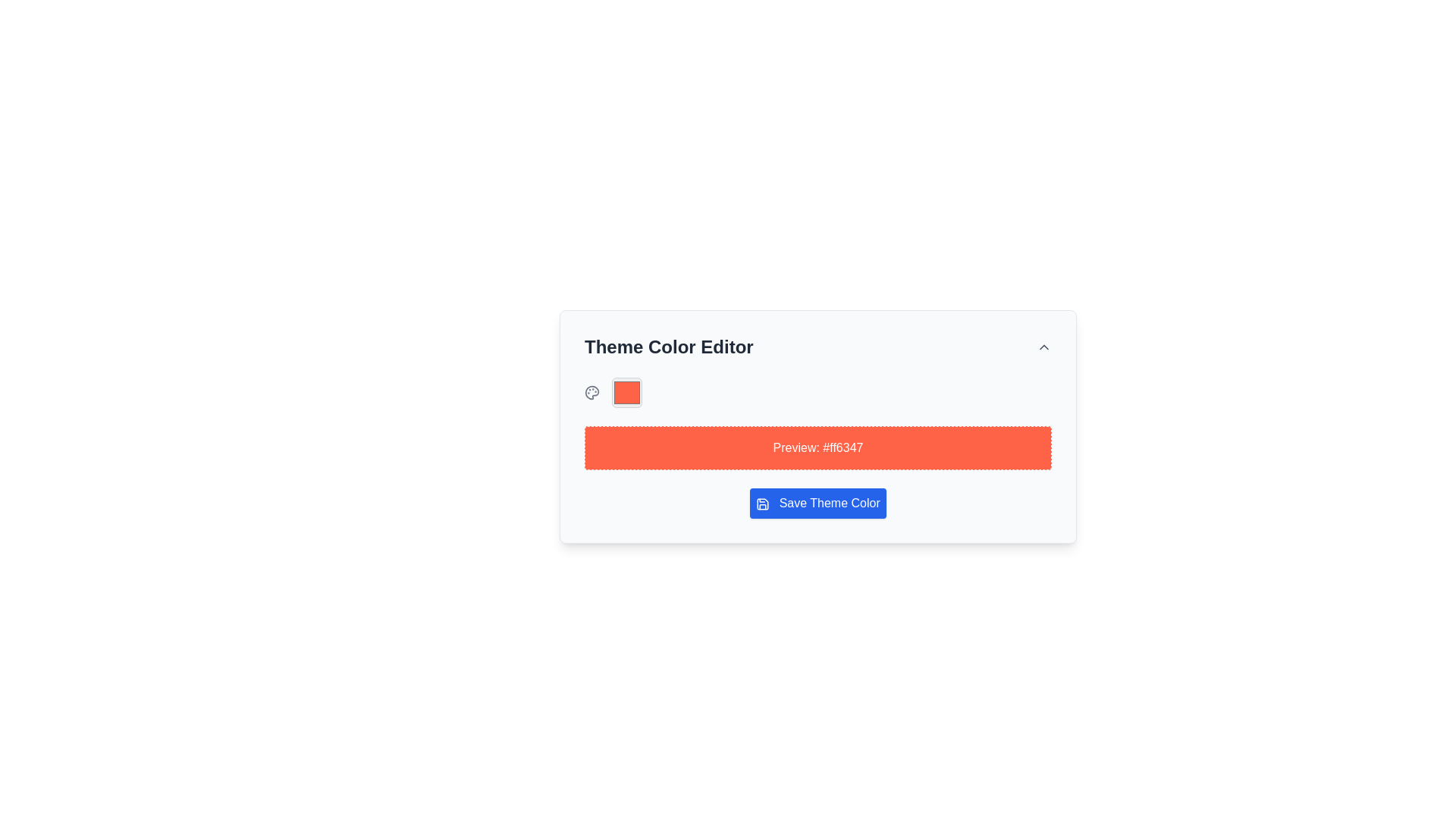 The image size is (1456, 819). Describe the element at coordinates (763, 504) in the screenshot. I see `the decorative icon that symbolizes the saving or storage functionality, located adjacent to the 'Save Theme Color' button in the Theme Color Editor interface` at that location.